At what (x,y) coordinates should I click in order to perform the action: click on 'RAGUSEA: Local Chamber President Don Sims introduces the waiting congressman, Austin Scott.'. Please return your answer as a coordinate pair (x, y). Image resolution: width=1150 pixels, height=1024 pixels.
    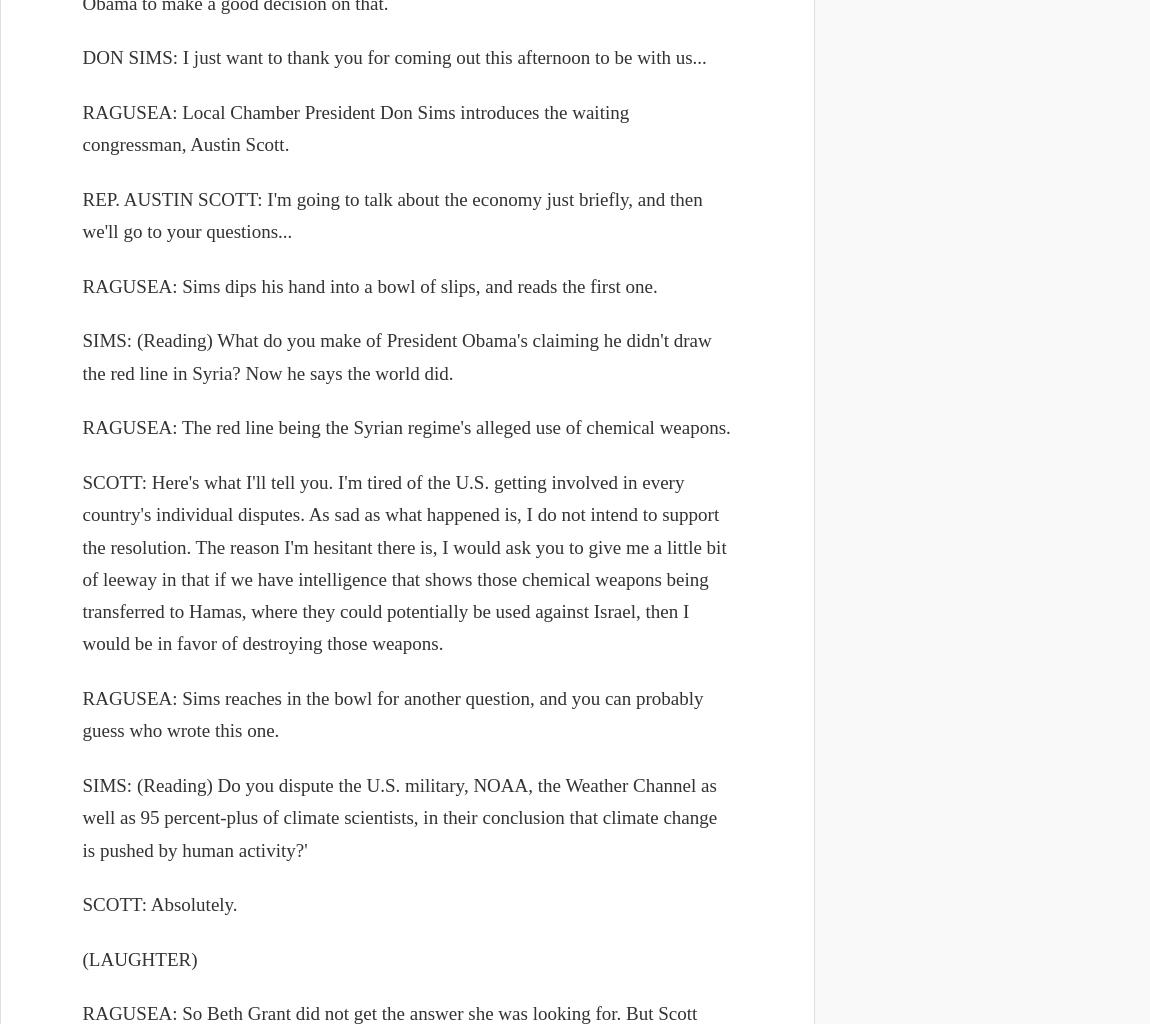
    Looking at the image, I should click on (355, 128).